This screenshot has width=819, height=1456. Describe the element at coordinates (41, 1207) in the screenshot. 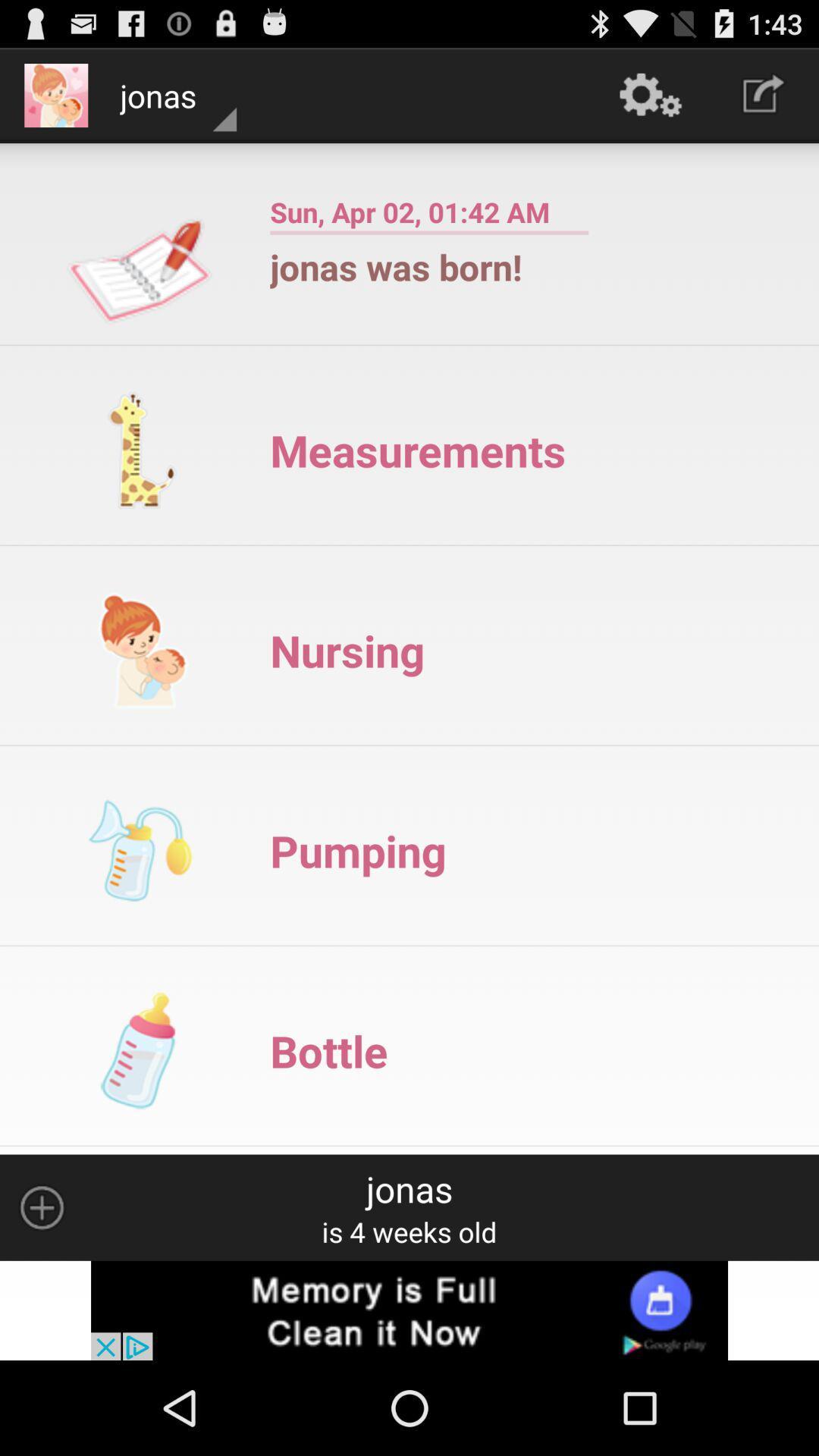

I see `more` at that location.